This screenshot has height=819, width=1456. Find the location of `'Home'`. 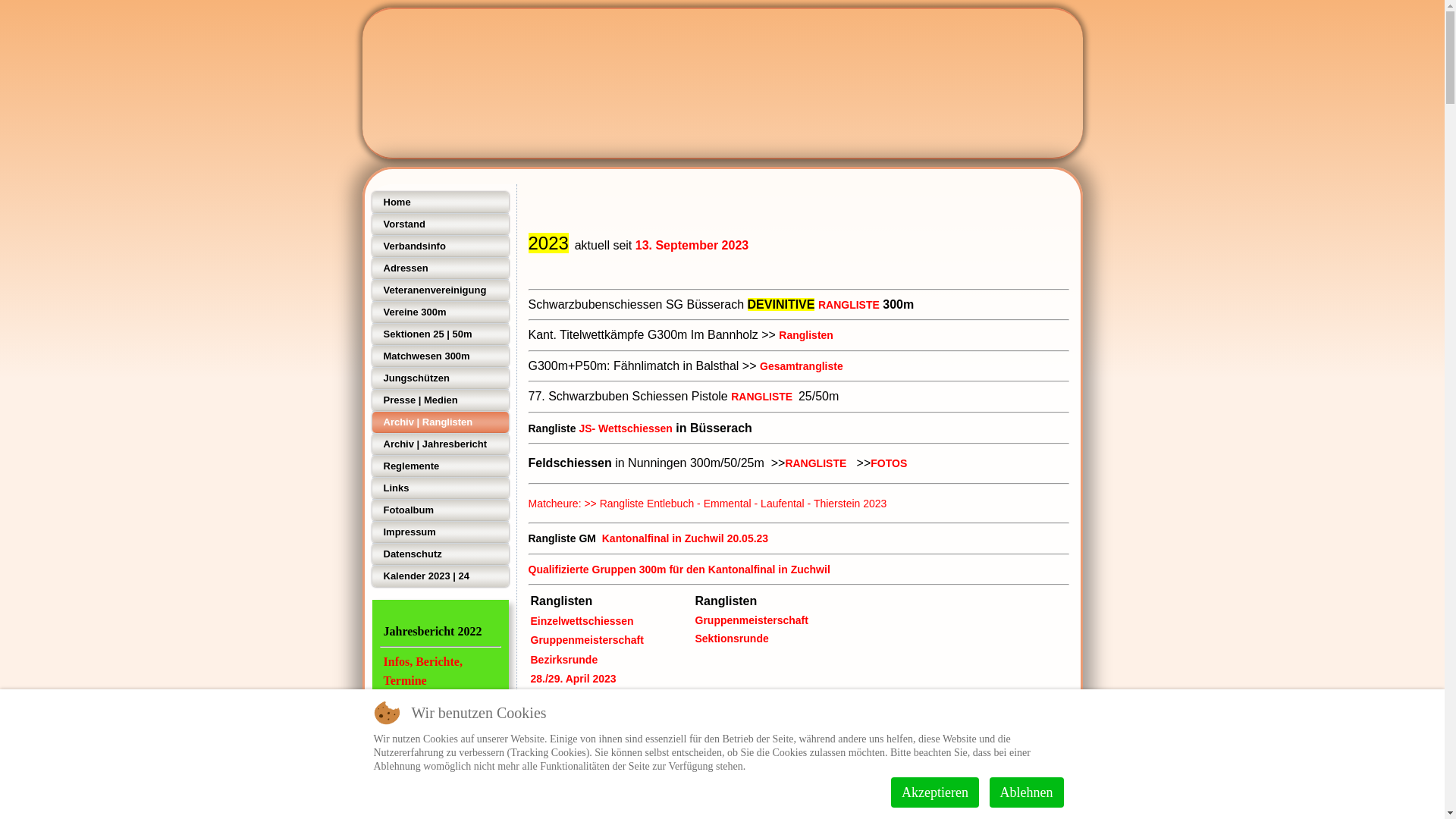

'Home' is located at coordinates (371, 201).